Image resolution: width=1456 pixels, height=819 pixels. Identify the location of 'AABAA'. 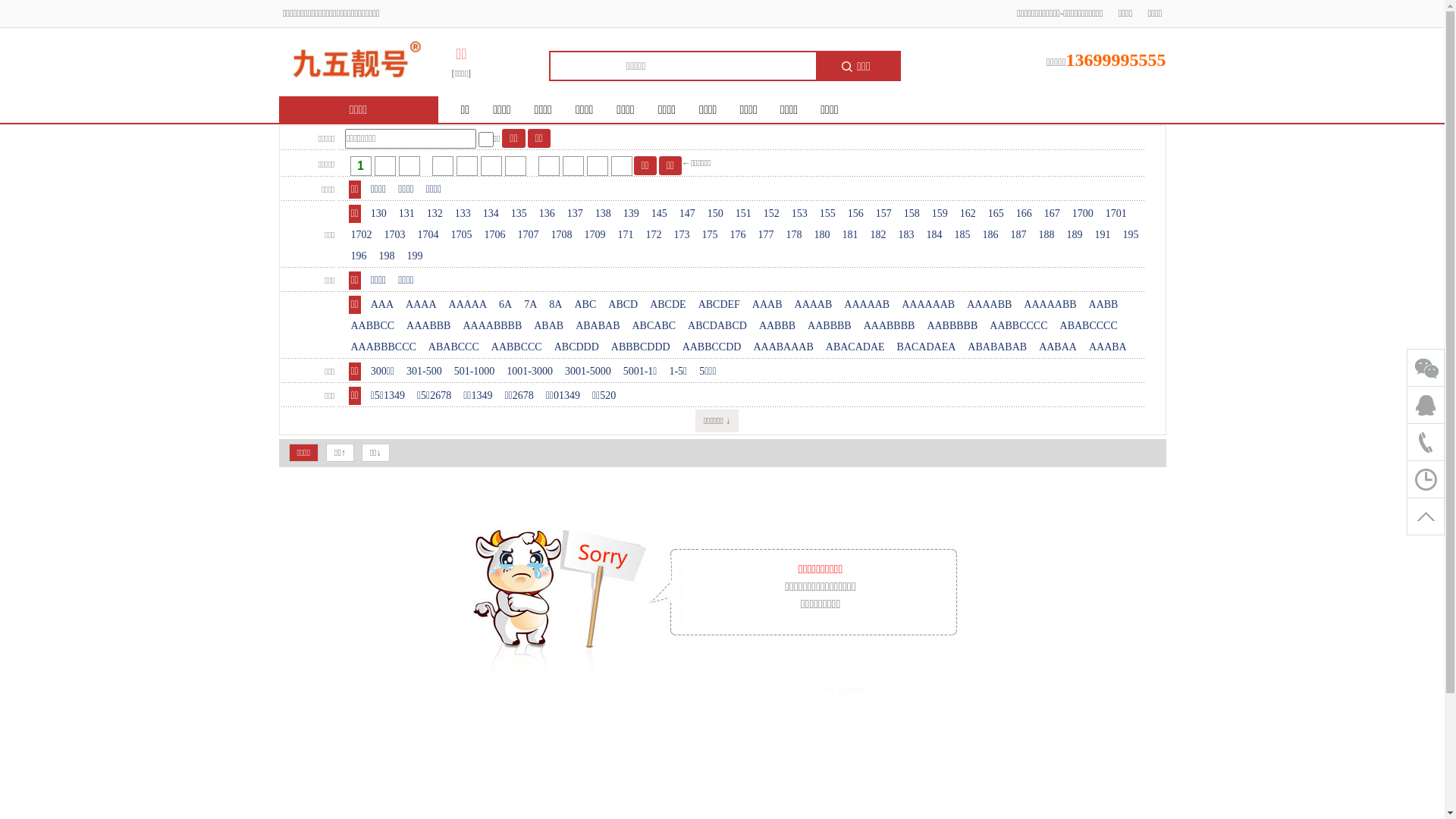
(1036, 347).